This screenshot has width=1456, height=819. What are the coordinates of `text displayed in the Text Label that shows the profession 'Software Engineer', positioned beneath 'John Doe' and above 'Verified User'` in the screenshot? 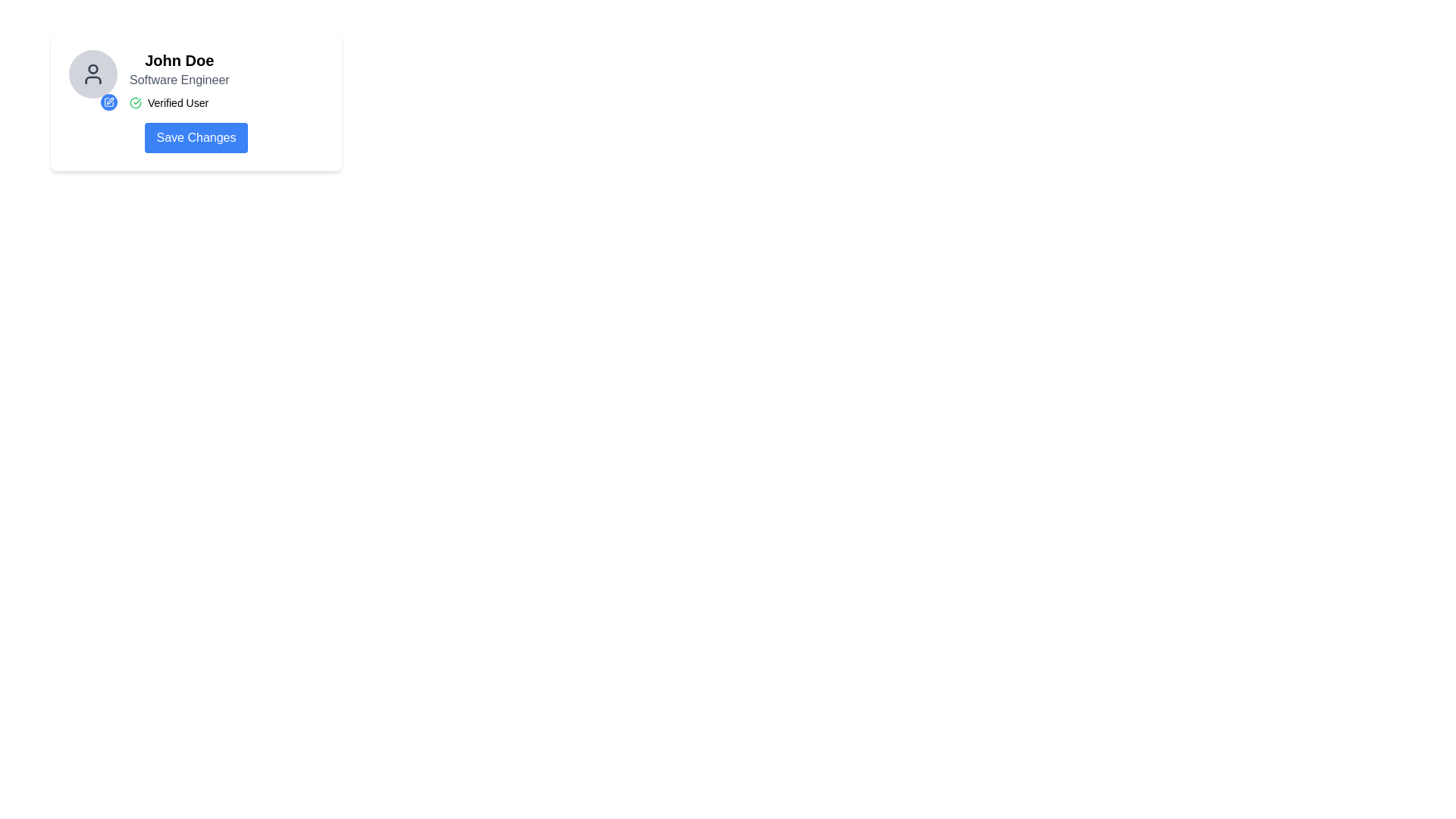 It's located at (179, 80).